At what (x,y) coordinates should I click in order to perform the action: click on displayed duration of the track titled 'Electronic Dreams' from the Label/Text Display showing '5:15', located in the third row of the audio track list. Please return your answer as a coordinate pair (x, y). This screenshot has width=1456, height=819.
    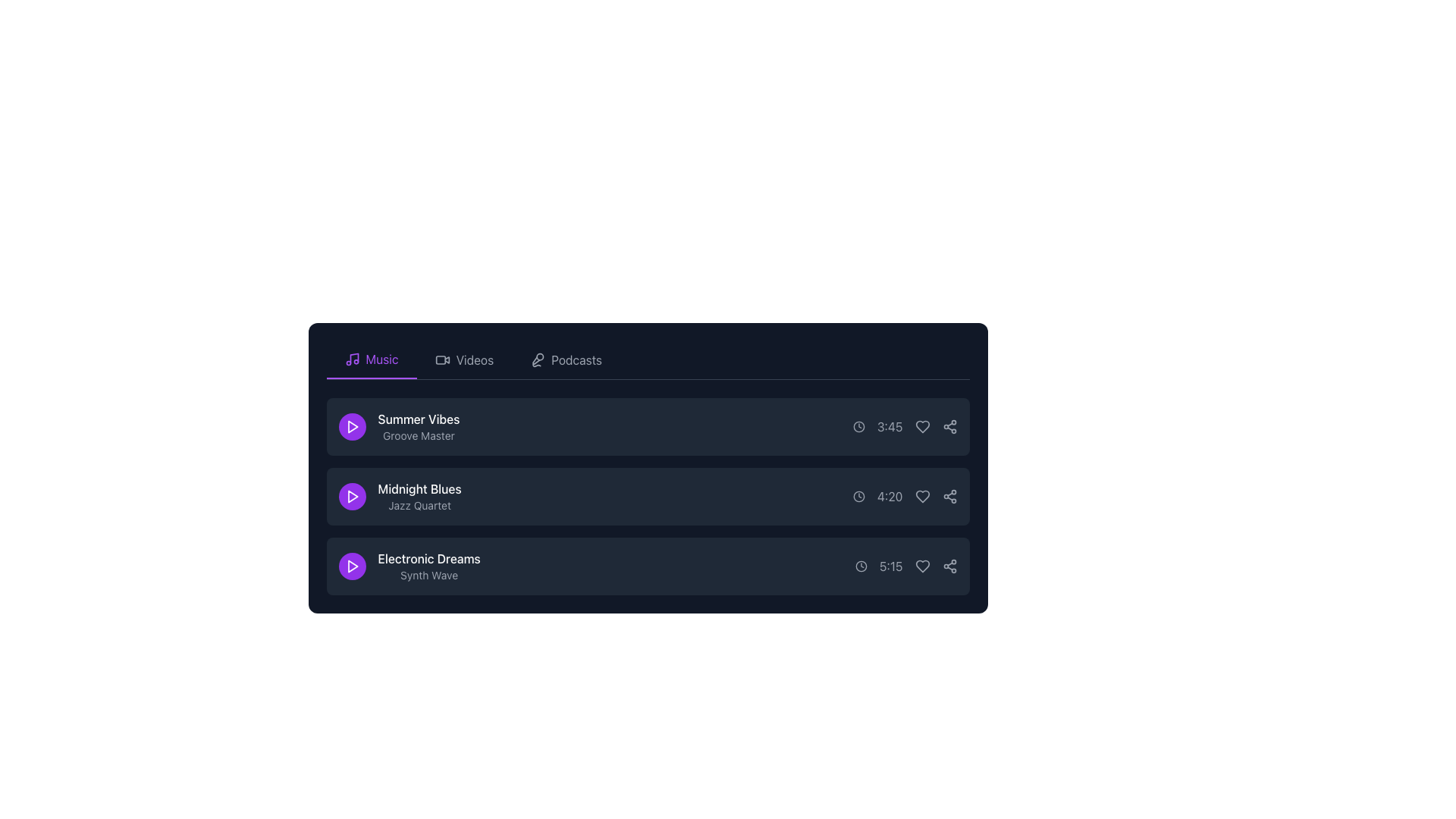
    Looking at the image, I should click on (891, 566).